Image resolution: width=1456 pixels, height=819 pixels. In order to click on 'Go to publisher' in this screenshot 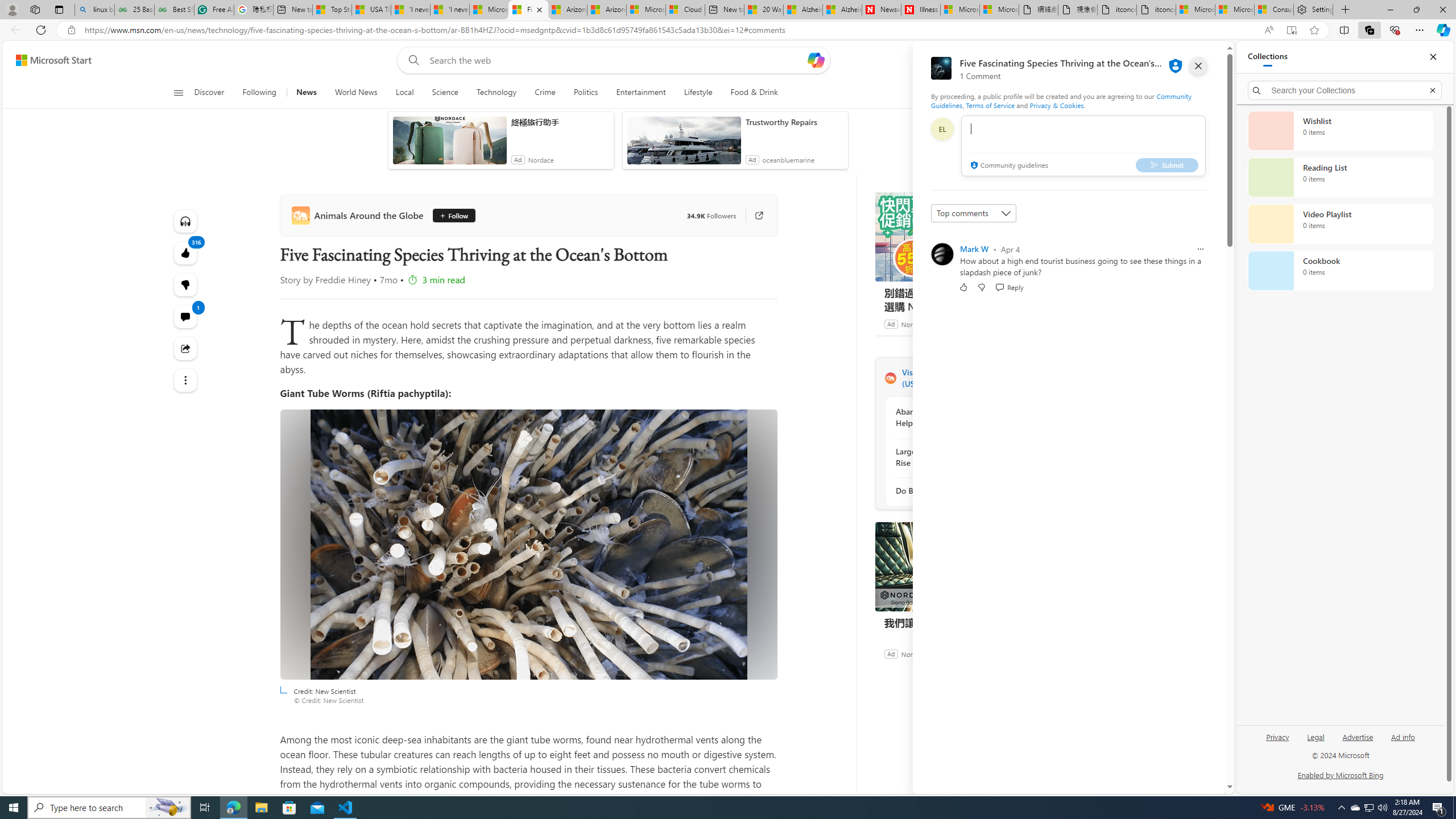, I will do `click(752, 216)`.